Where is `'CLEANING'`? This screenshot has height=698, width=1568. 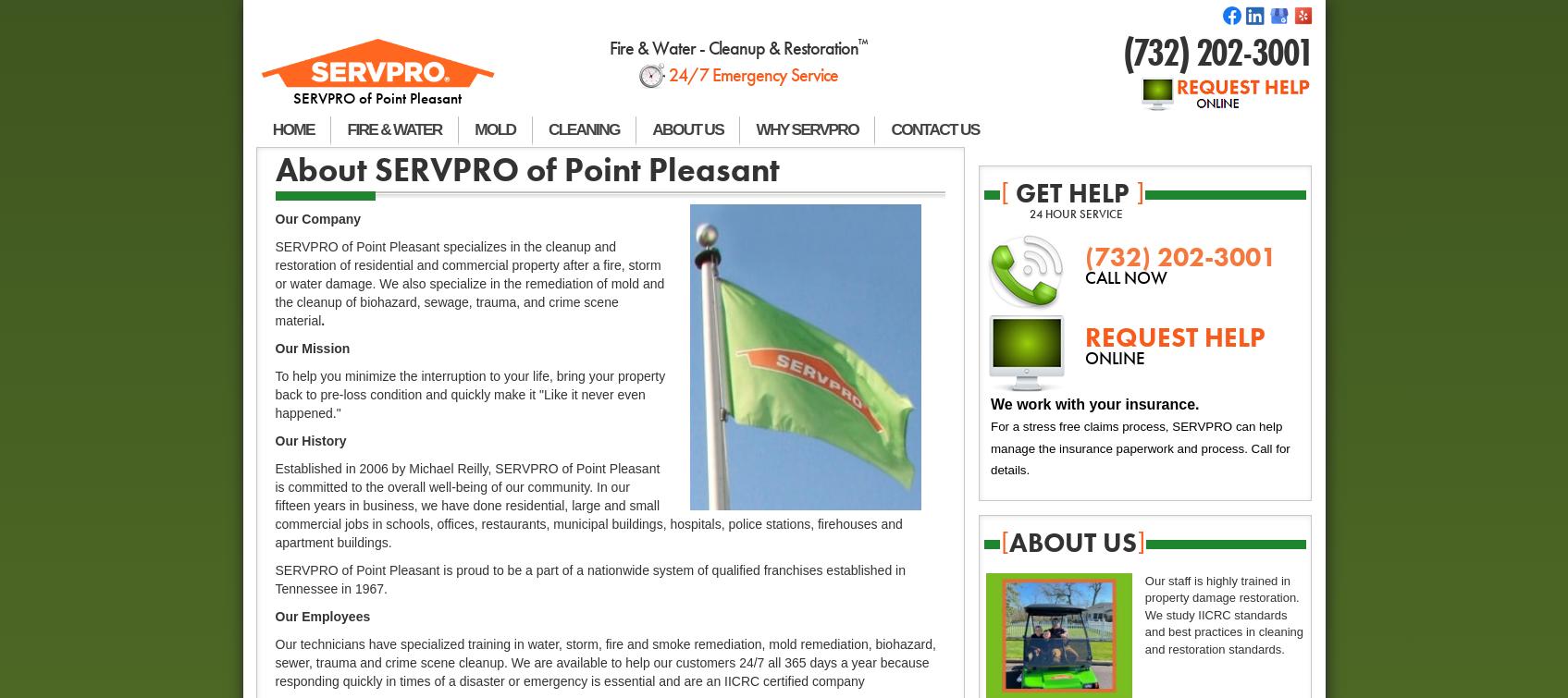 'CLEANING' is located at coordinates (548, 129).